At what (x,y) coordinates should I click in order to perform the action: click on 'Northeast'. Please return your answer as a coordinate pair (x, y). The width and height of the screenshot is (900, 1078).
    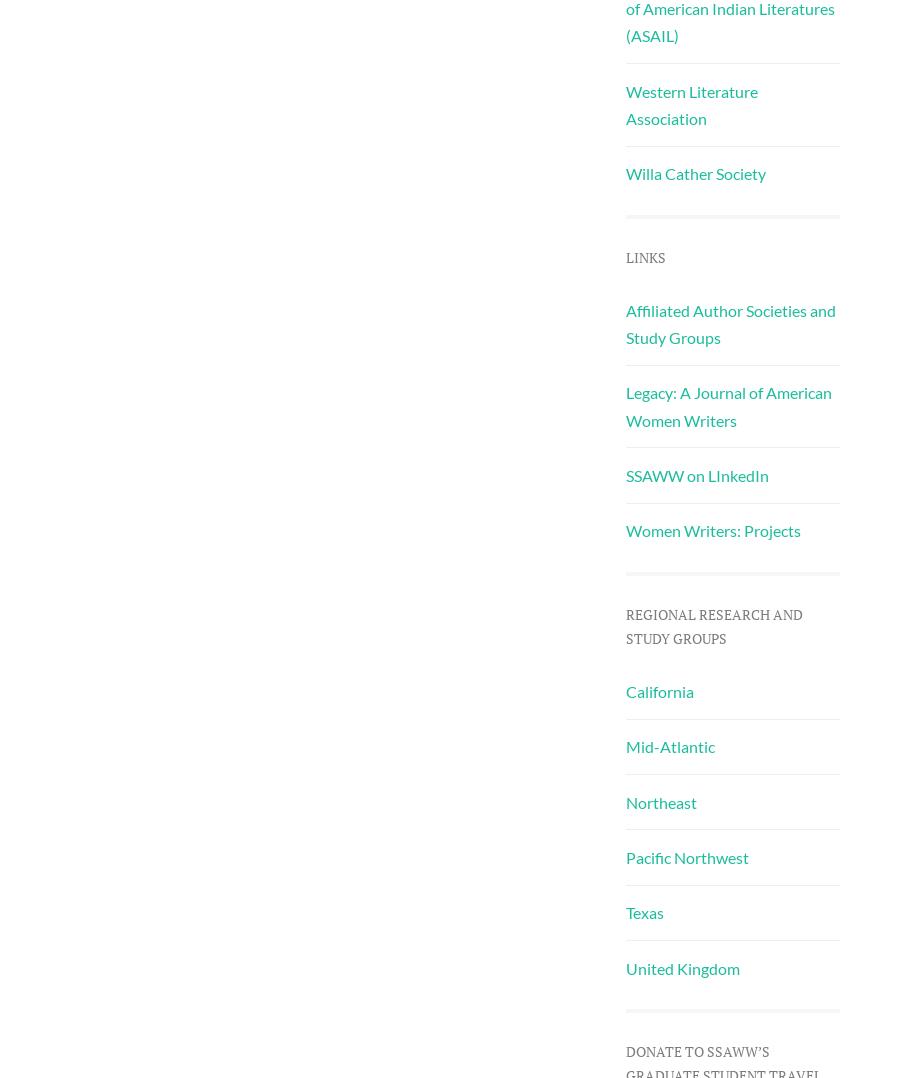
    Looking at the image, I should click on (660, 800).